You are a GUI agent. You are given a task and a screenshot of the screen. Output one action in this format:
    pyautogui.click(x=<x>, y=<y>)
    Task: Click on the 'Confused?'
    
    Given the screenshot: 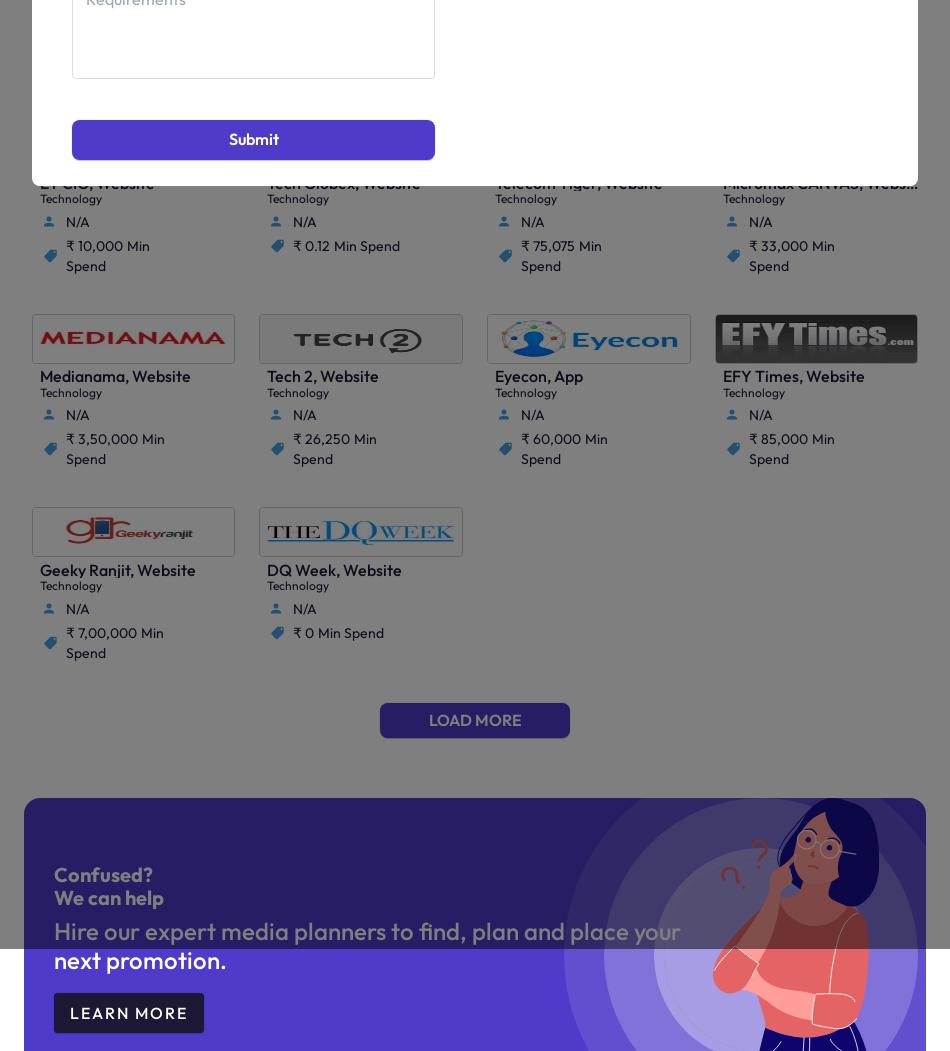 What is the action you would take?
    pyautogui.click(x=102, y=872)
    